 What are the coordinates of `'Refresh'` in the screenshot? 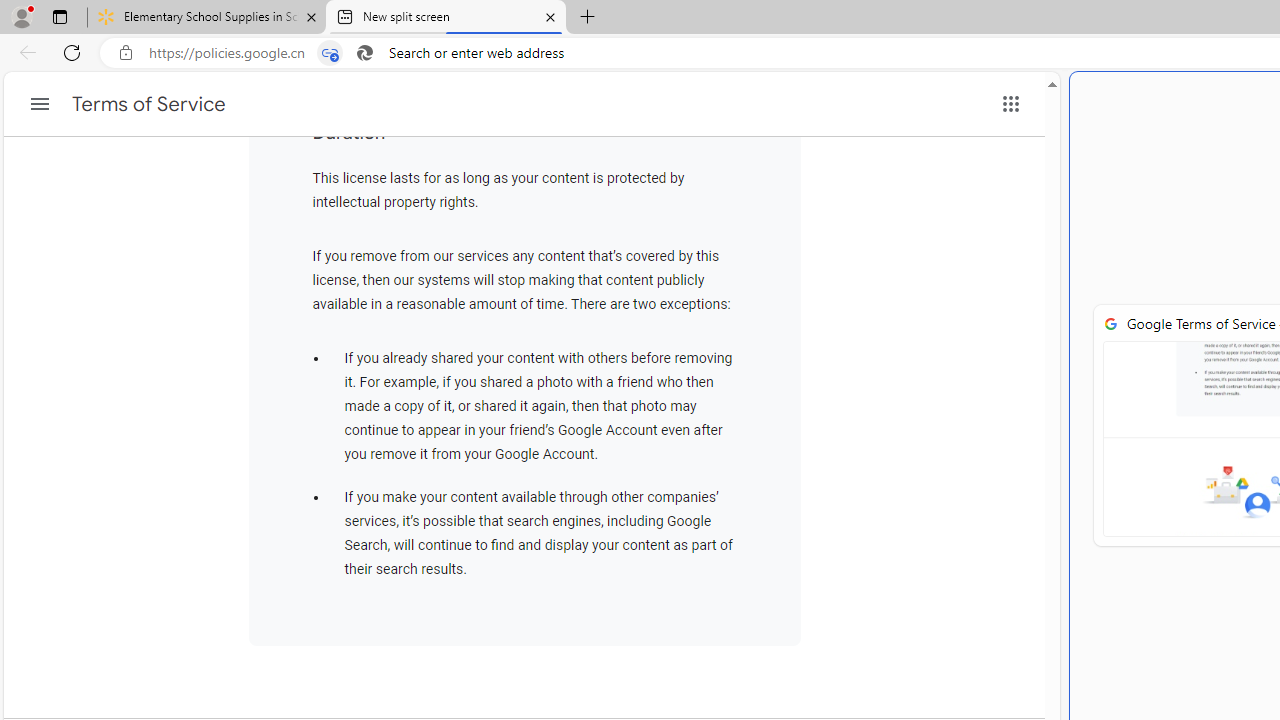 It's located at (72, 51).